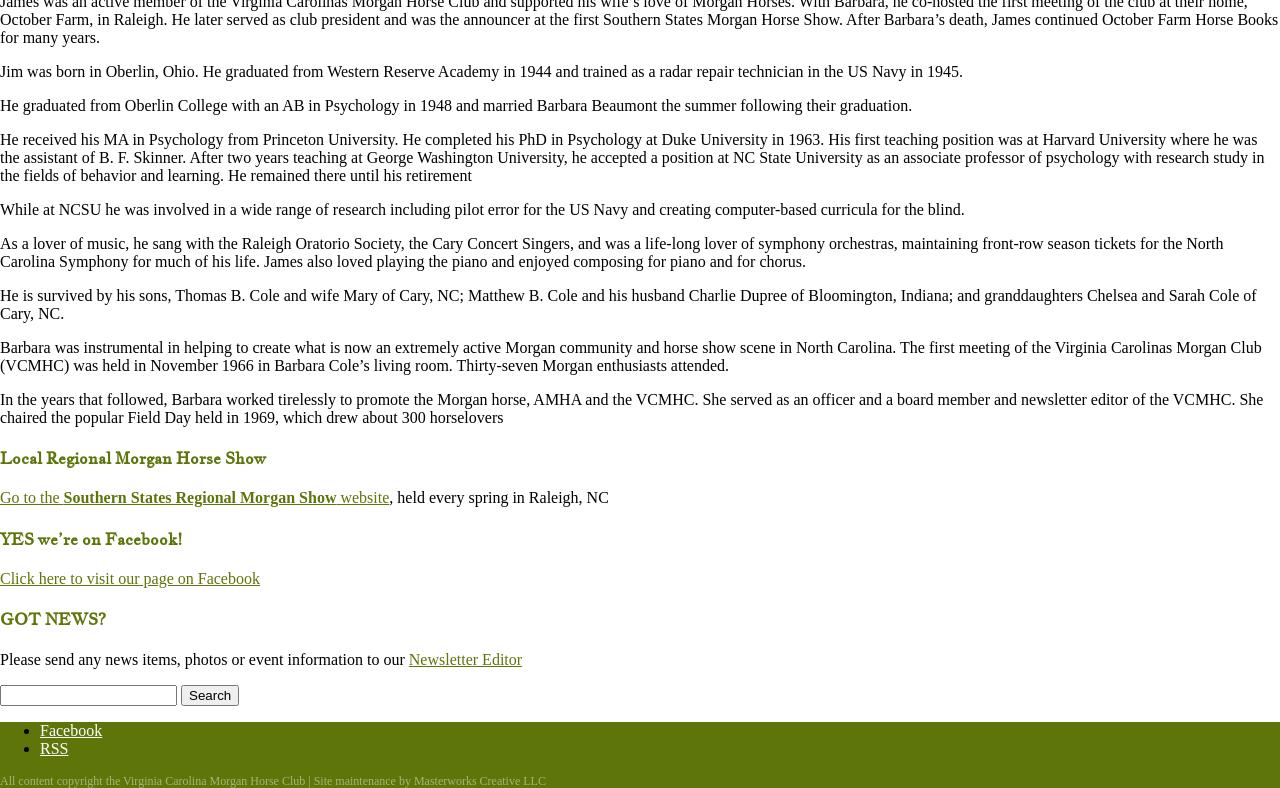 The height and width of the screenshot is (788, 1280). I want to click on 'YES we’re on Facebook!', so click(90, 537).